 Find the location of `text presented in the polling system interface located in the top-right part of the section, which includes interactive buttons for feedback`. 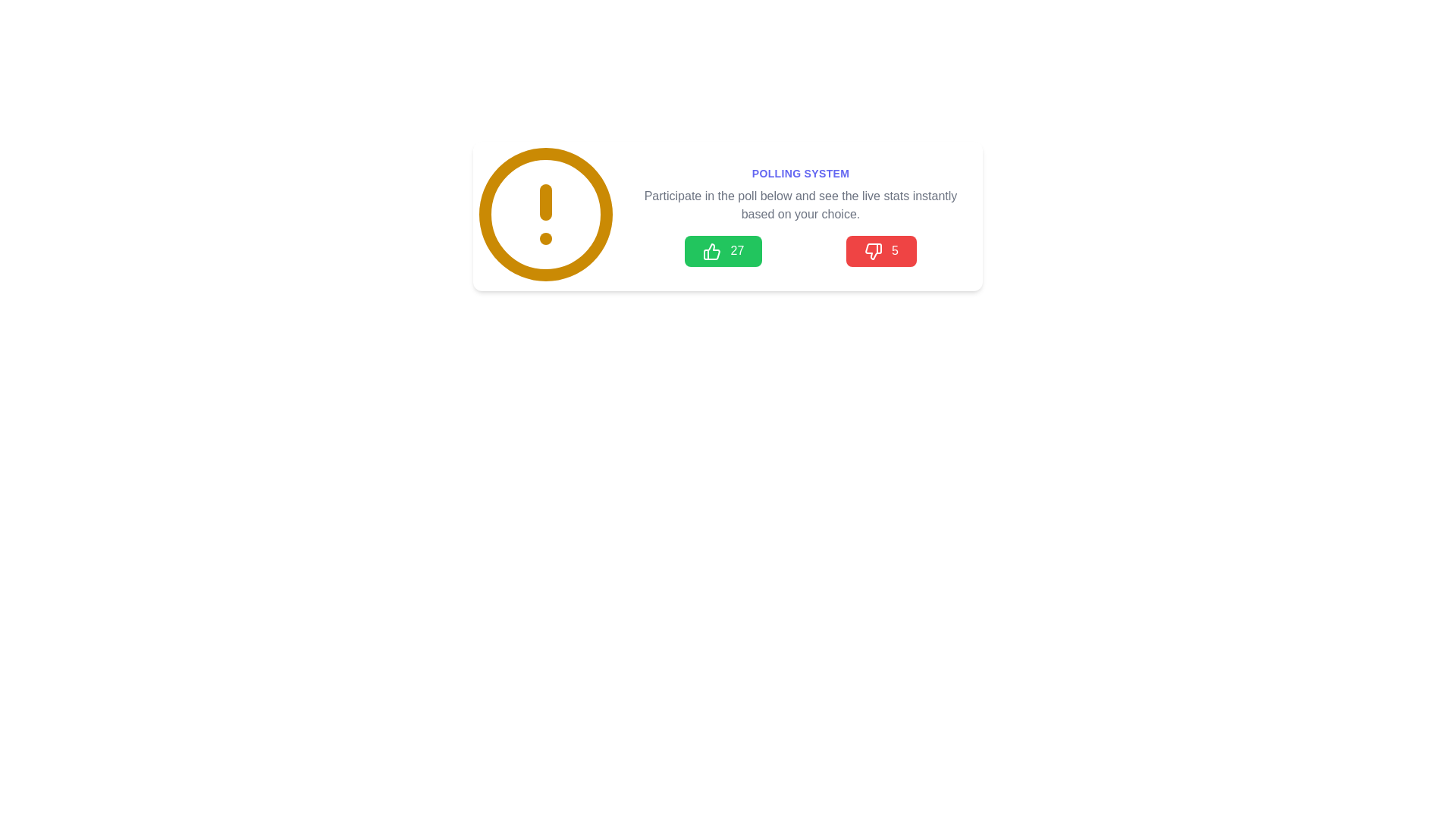

text presented in the polling system interface located in the top-right part of the section, which includes interactive buttons for feedback is located at coordinates (800, 216).